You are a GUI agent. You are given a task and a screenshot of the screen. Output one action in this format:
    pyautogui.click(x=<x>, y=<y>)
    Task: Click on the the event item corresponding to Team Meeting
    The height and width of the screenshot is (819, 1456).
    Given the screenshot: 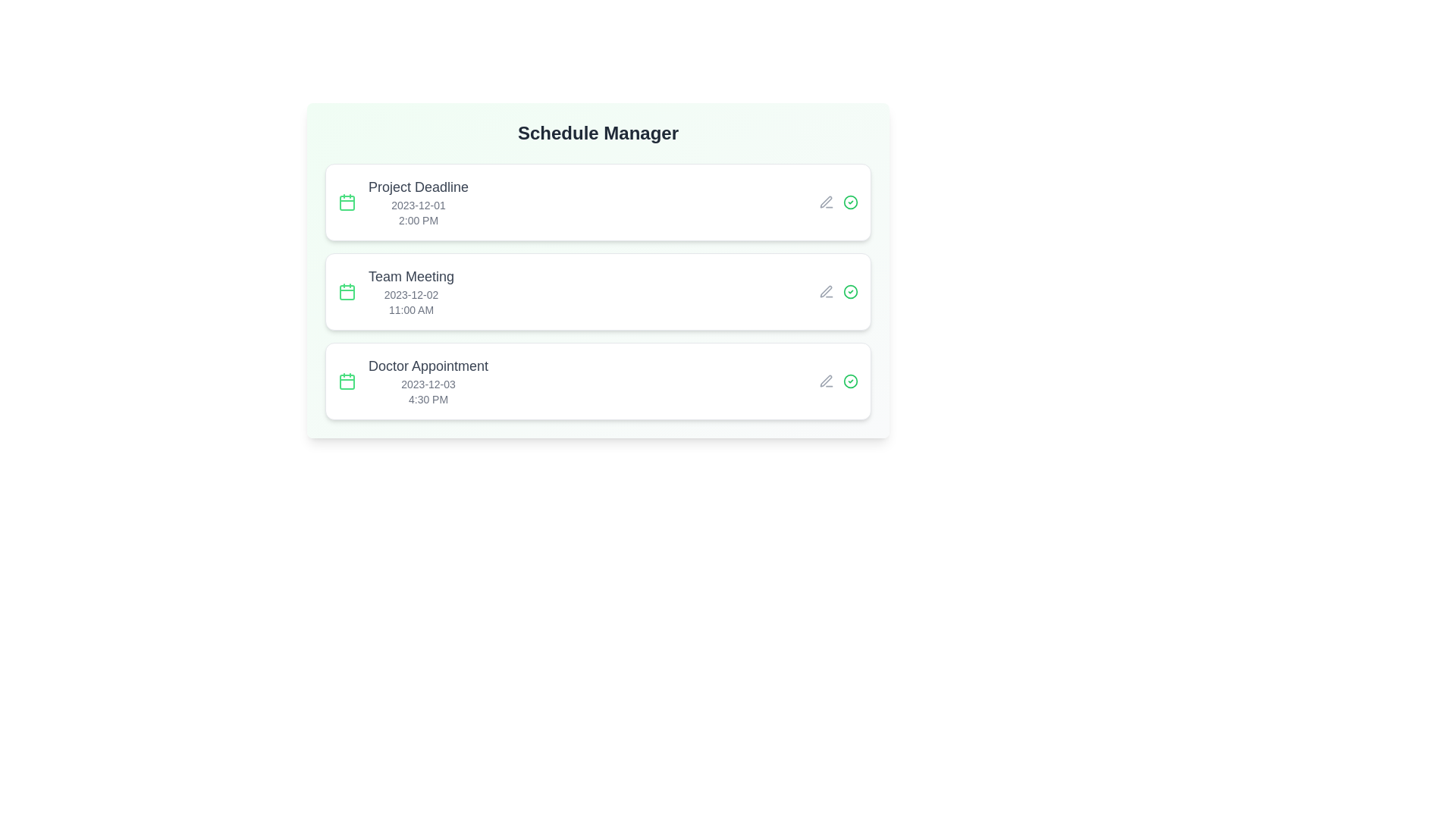 What is the action you would take?
    pyautogui.click(x=597, y=292)
    